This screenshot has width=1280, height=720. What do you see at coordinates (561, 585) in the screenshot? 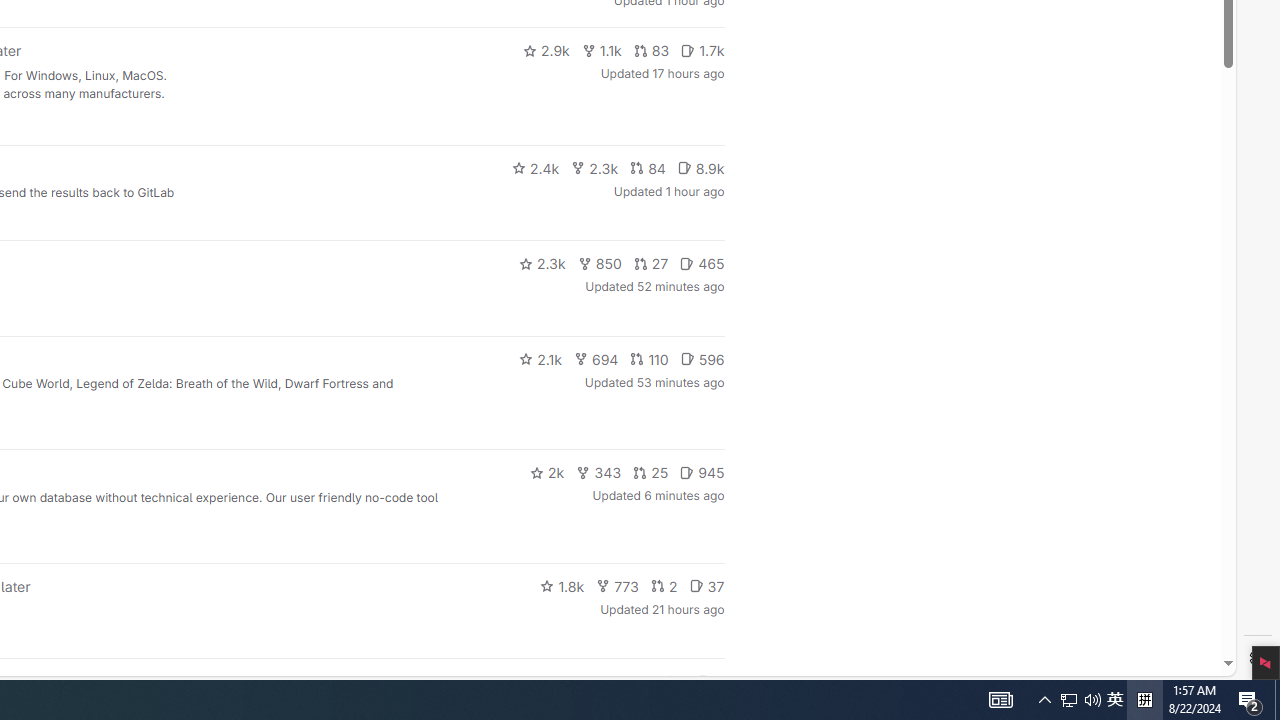
I see `'1.8k'` at bounding box center [561, 585].